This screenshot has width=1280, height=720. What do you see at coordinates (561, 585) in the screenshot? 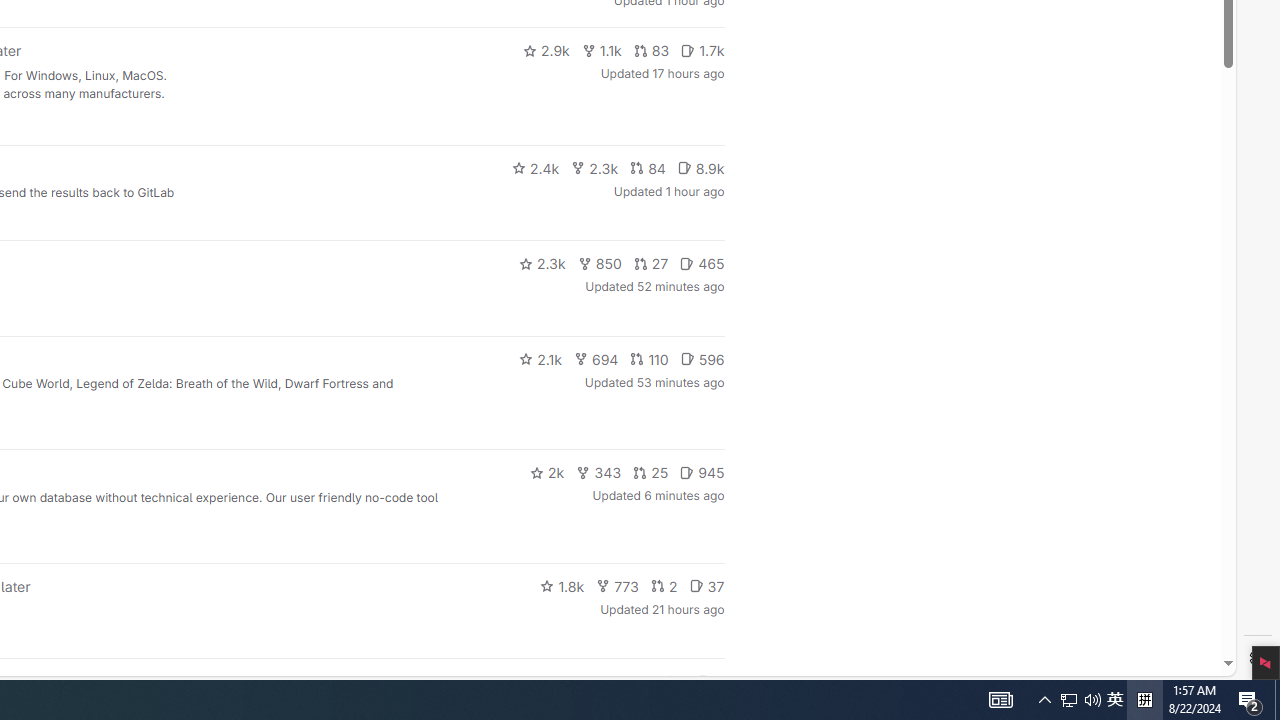
I see `'1.8k'` at bounding box center [561, 585].